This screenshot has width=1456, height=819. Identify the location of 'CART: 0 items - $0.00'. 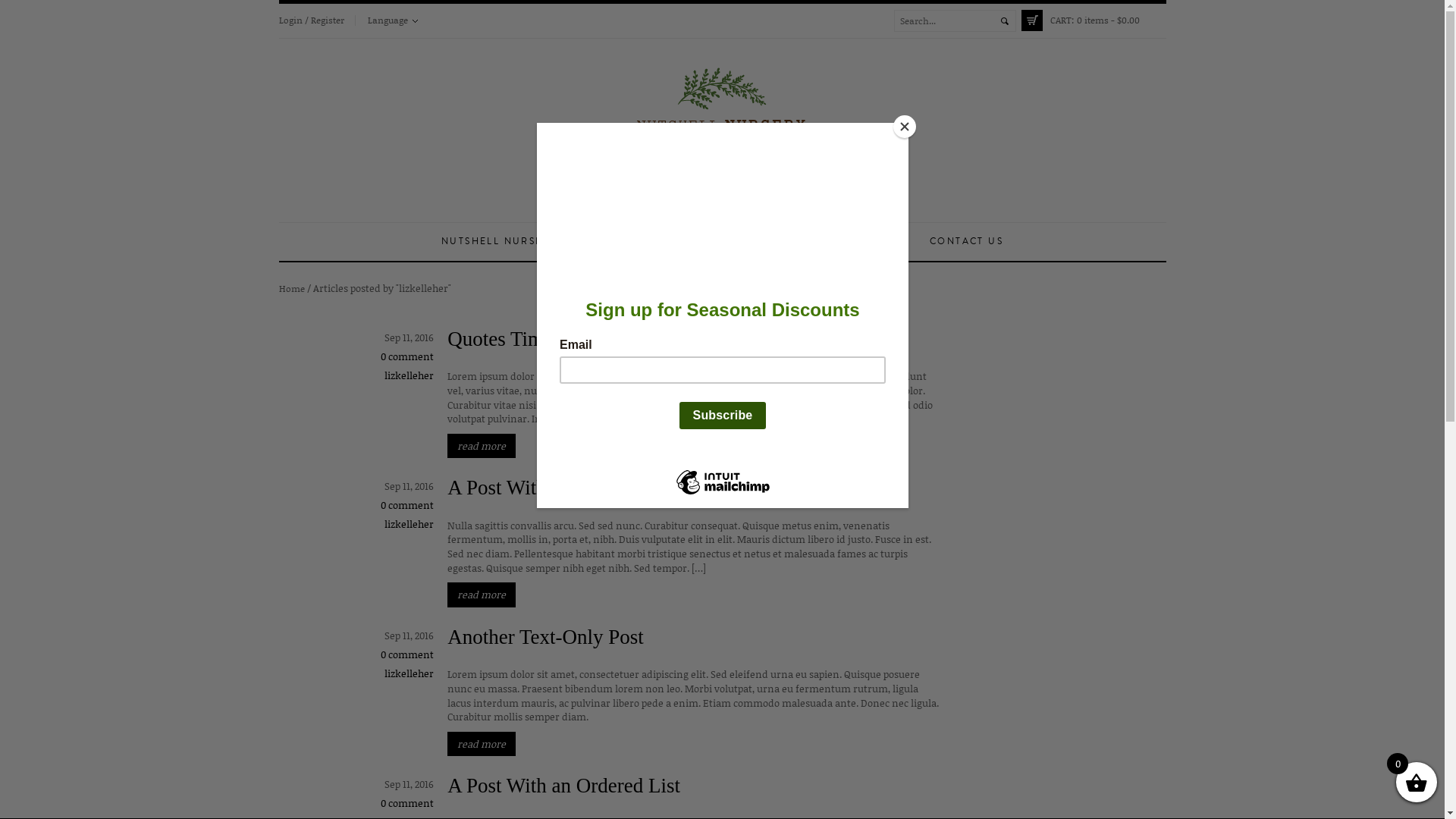
(1020, 20).